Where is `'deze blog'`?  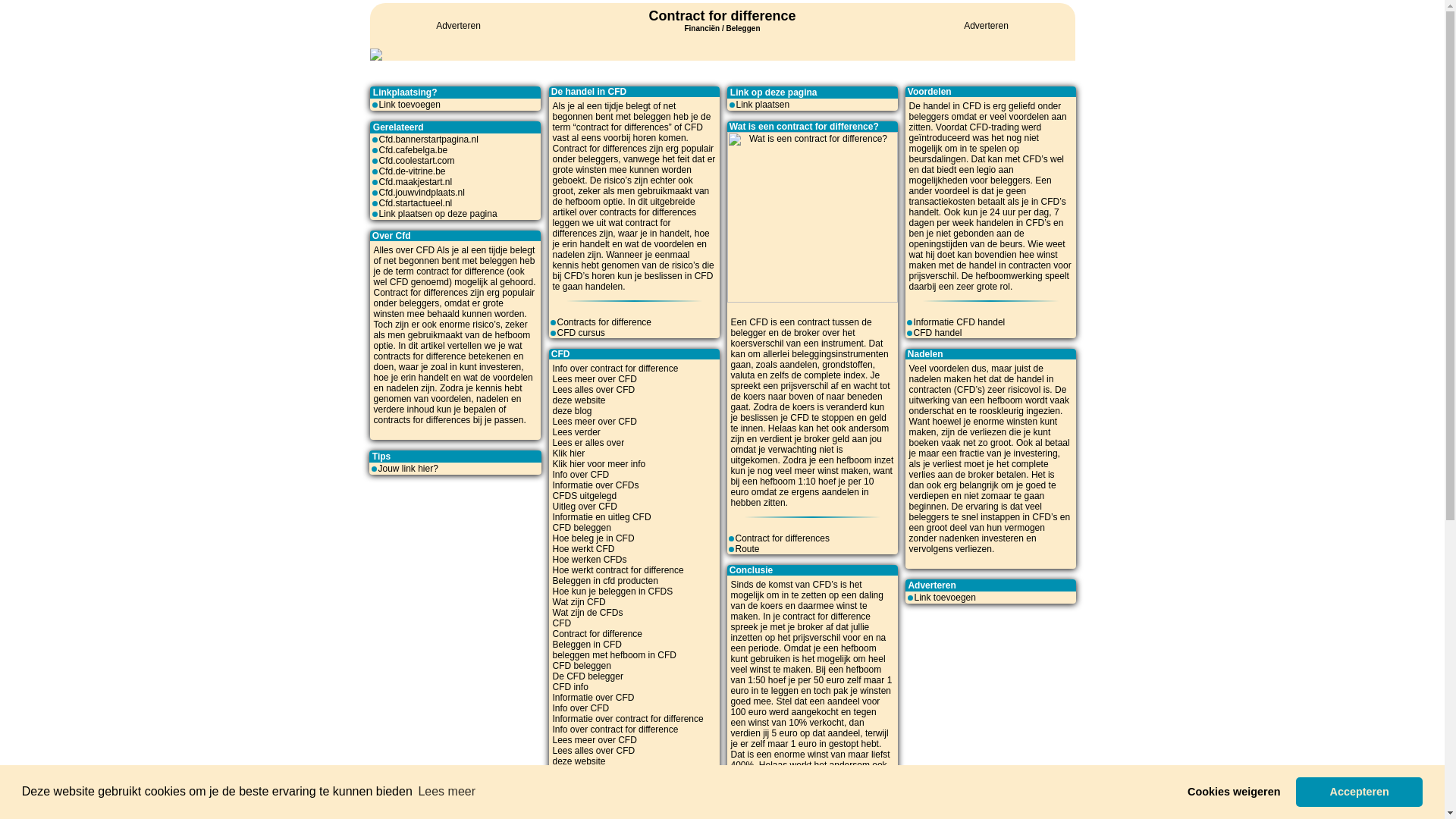
'deze blog' is located at coordinates (570, 411).